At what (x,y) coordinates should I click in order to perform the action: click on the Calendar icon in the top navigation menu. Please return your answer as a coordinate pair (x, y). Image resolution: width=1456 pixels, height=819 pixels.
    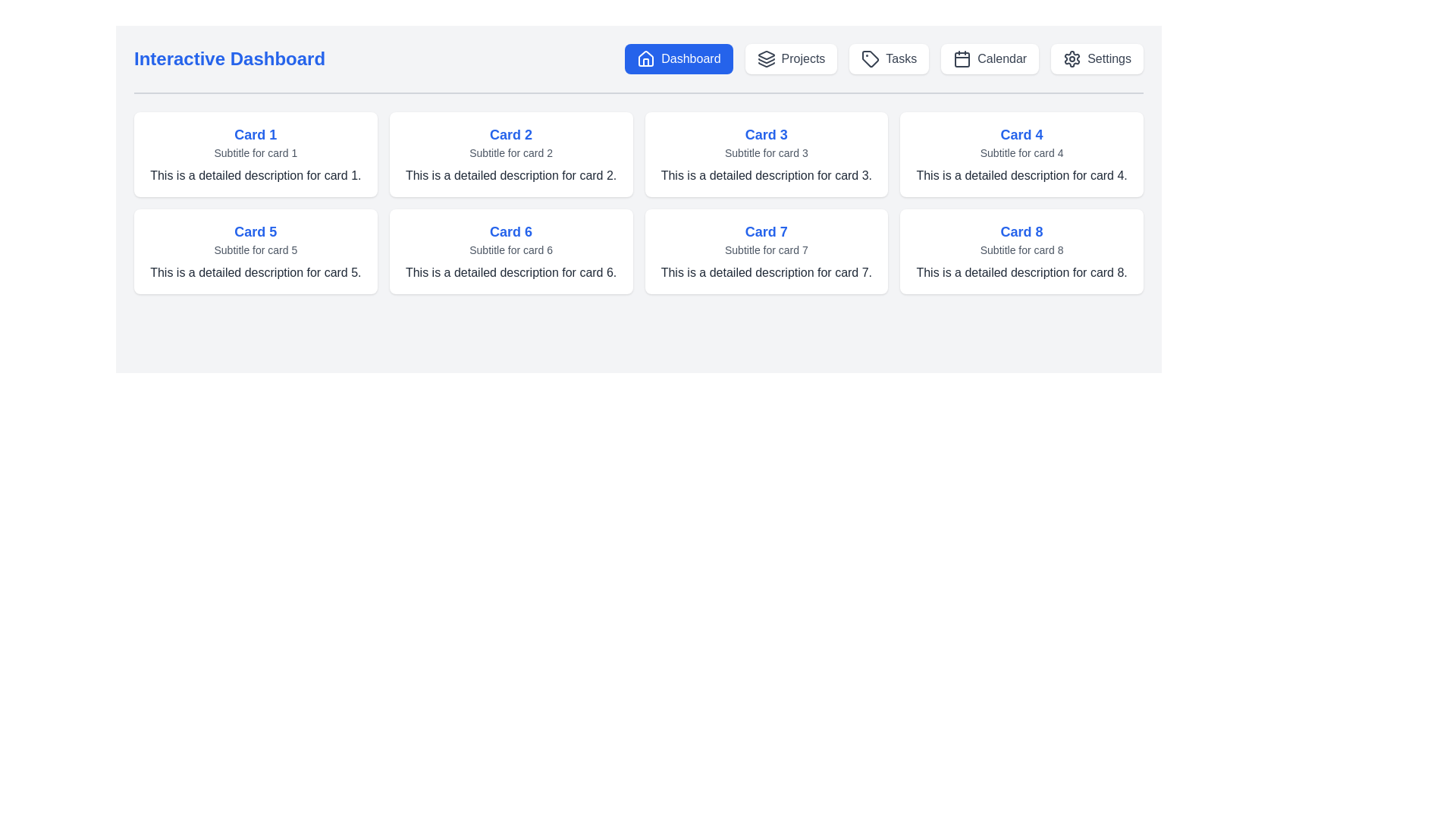
    Looking at the image, I should click on (961, 58).